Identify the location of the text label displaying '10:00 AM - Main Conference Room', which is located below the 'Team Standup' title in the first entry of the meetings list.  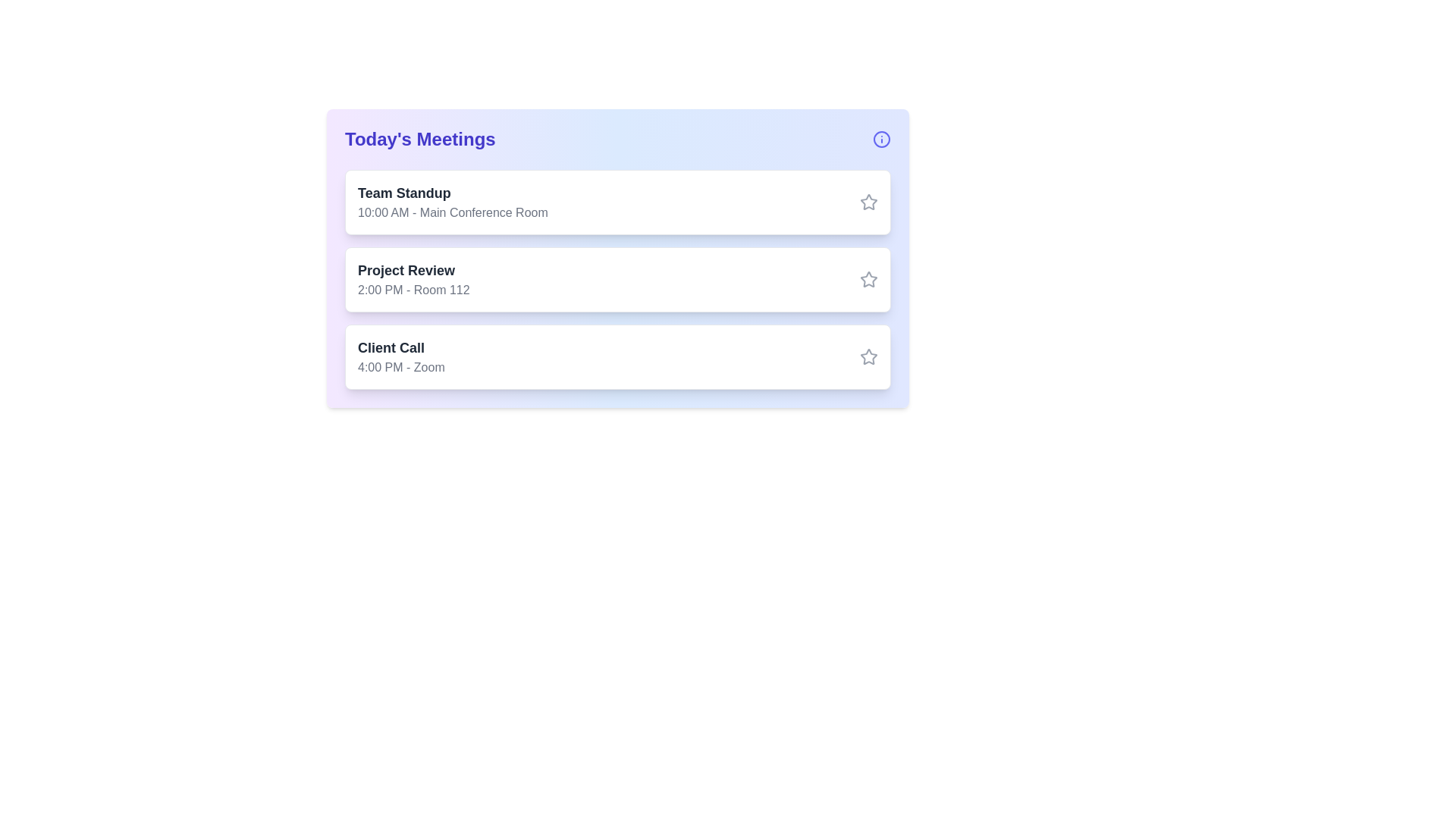
(452, 213).